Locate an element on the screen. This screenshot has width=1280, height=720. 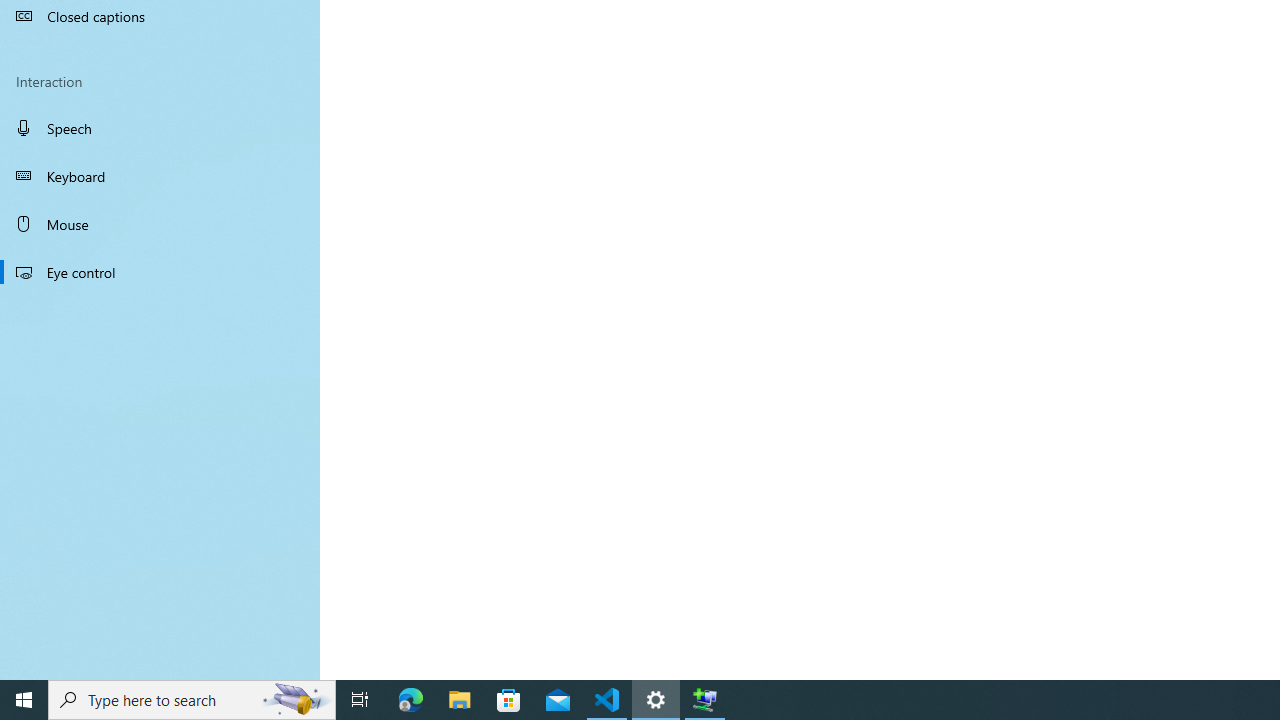
'Settings - 1 running window' is located at coordinates (656, 698).